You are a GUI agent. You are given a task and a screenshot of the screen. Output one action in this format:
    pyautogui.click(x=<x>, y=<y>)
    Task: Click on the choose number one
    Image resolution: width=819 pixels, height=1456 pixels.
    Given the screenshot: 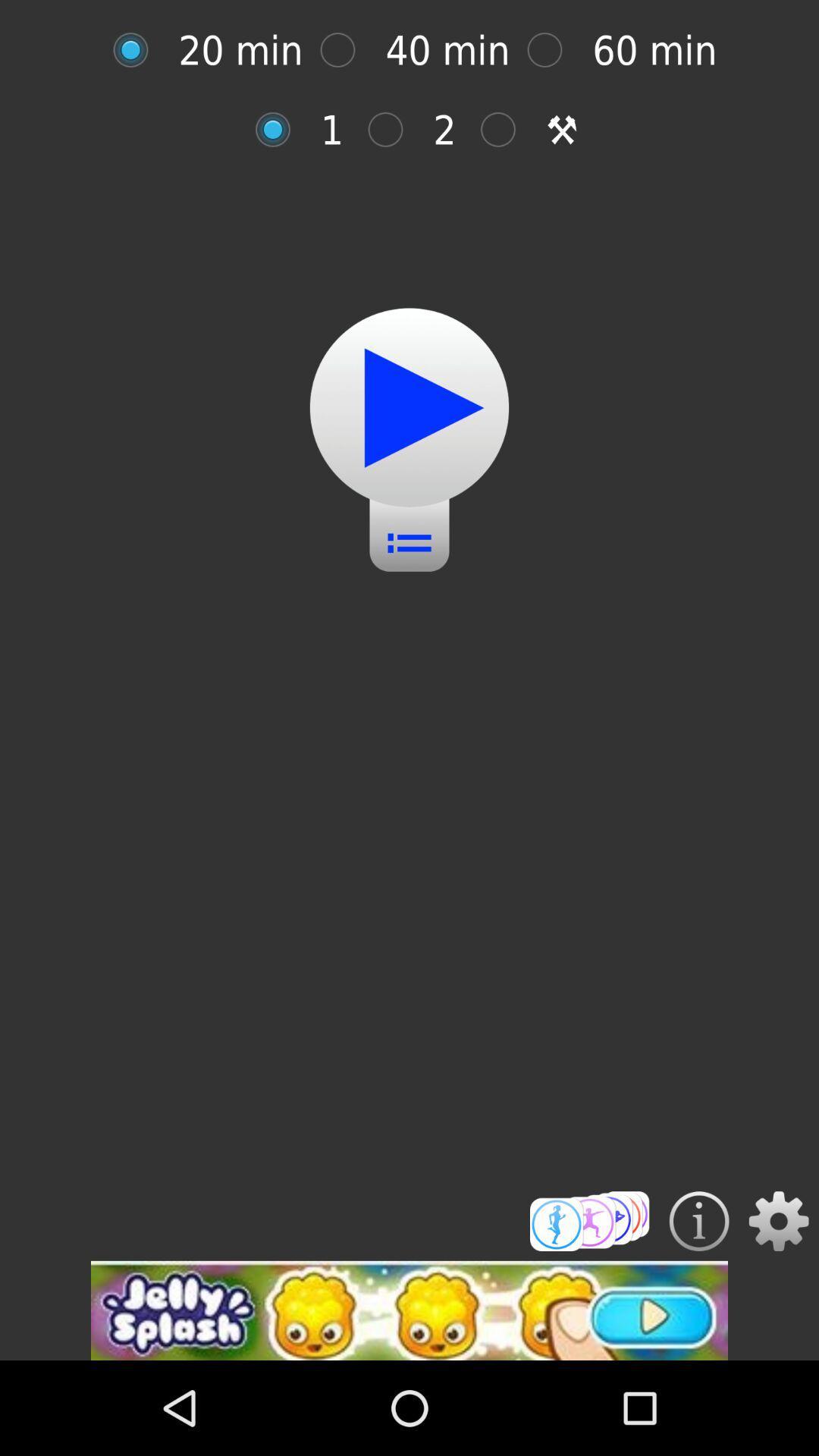 What is the action you would take?
    pyautogui.click(x=281, y=130)
    